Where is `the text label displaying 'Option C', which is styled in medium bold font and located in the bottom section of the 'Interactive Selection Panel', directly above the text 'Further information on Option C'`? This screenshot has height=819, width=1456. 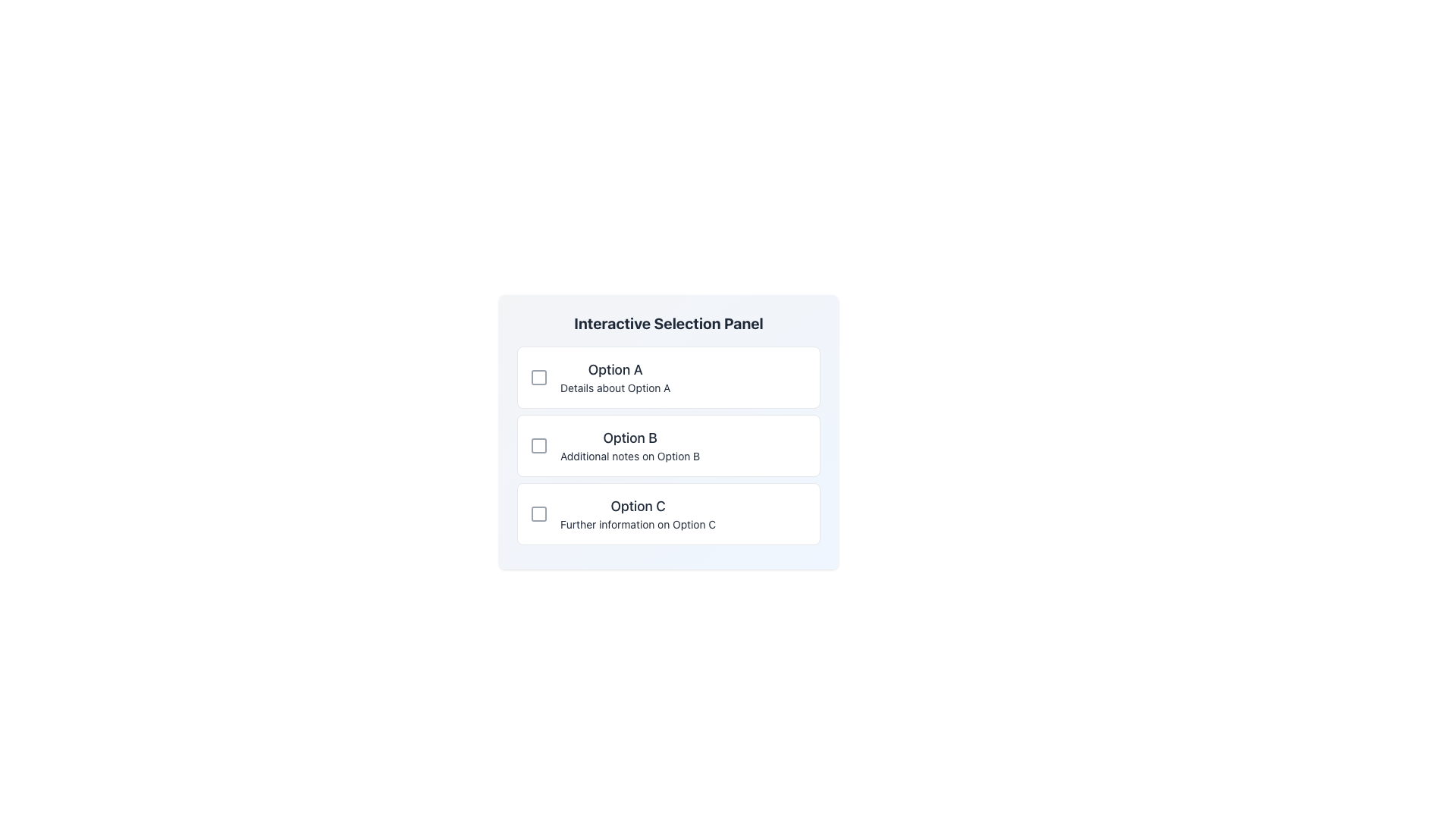 the text label displaying 'Option C', which is styled in medium bold font and located in the bottom section of the 'Interactive Selection Panel', directly above the text 'Further information on Option C' is located at coordinates (638, 506).